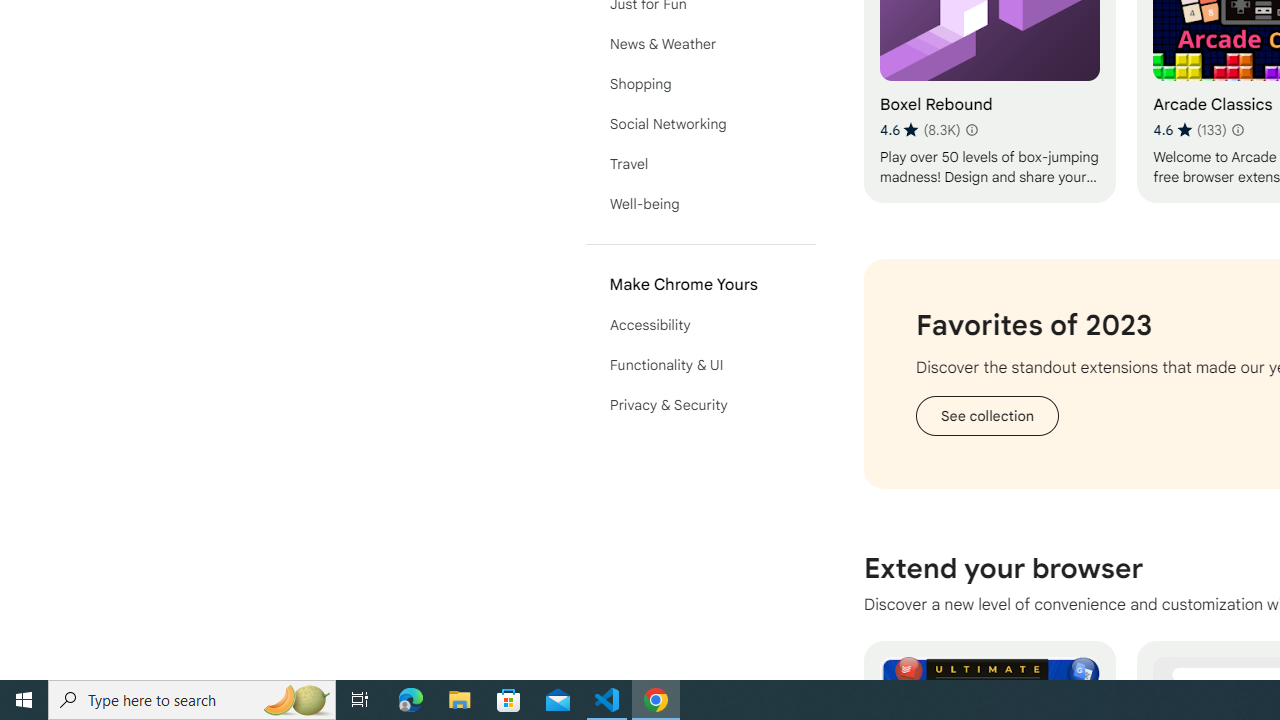 The width and height of the screenshot is (1280, 720). Describe the element at coordinates (1189, 129) in the screenshot. I see `'Average rating 4.6 out of 5 stars. 133 ratings.'` at that location.